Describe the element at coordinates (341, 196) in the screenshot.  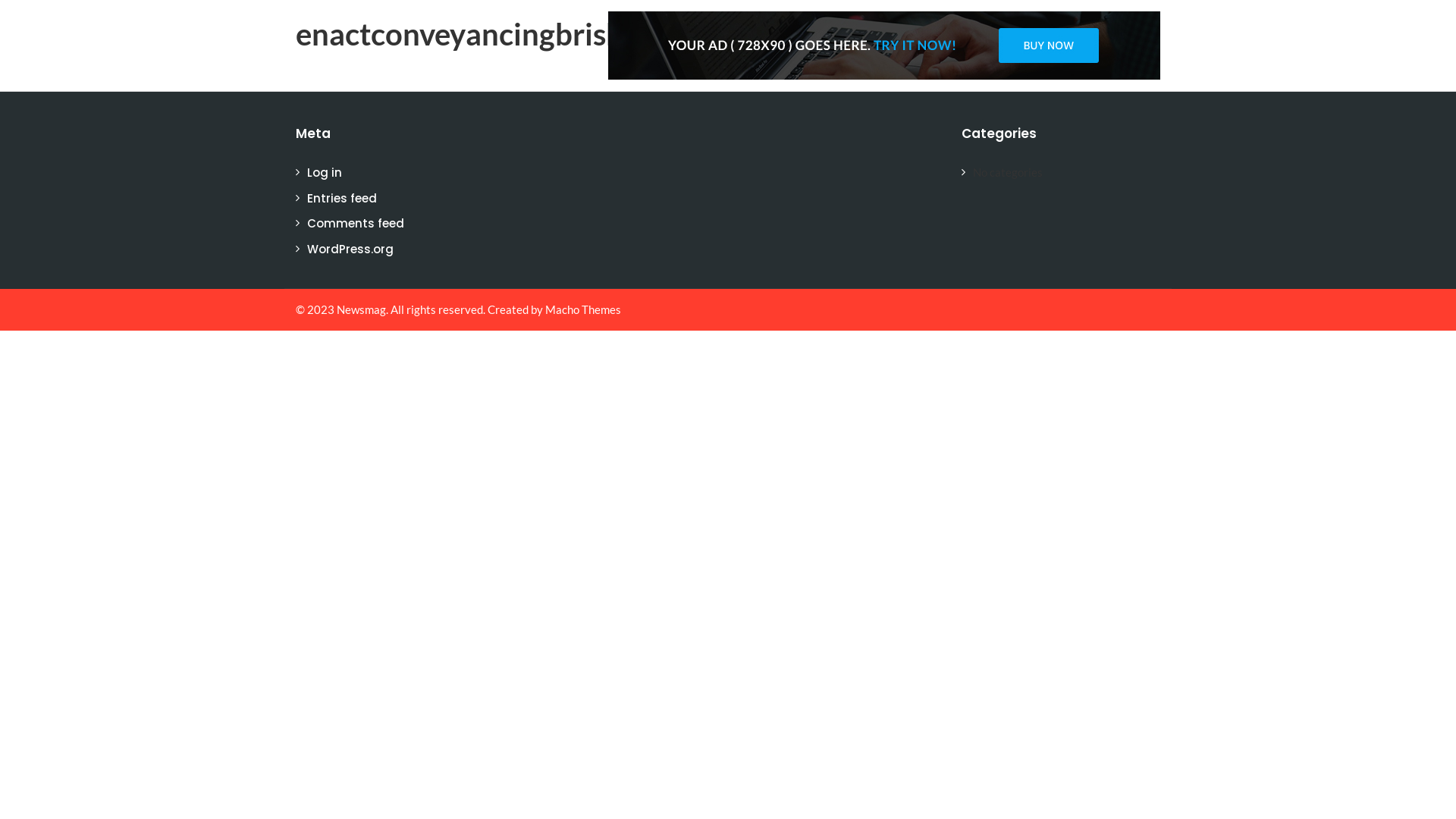
I see `'Entries feed'` at that location.